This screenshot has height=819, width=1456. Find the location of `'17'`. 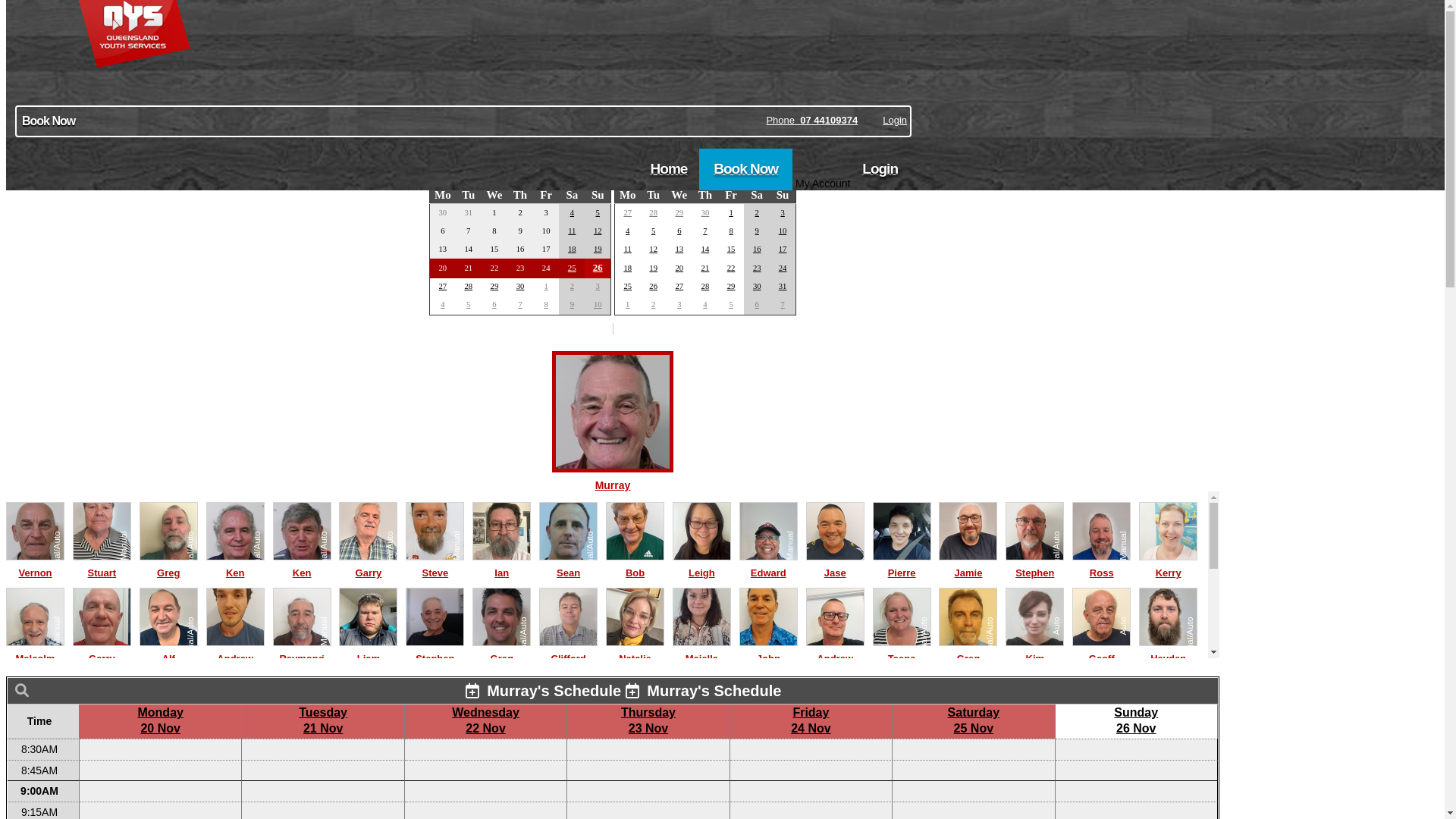

'17' is located at coordinates (783, 248).